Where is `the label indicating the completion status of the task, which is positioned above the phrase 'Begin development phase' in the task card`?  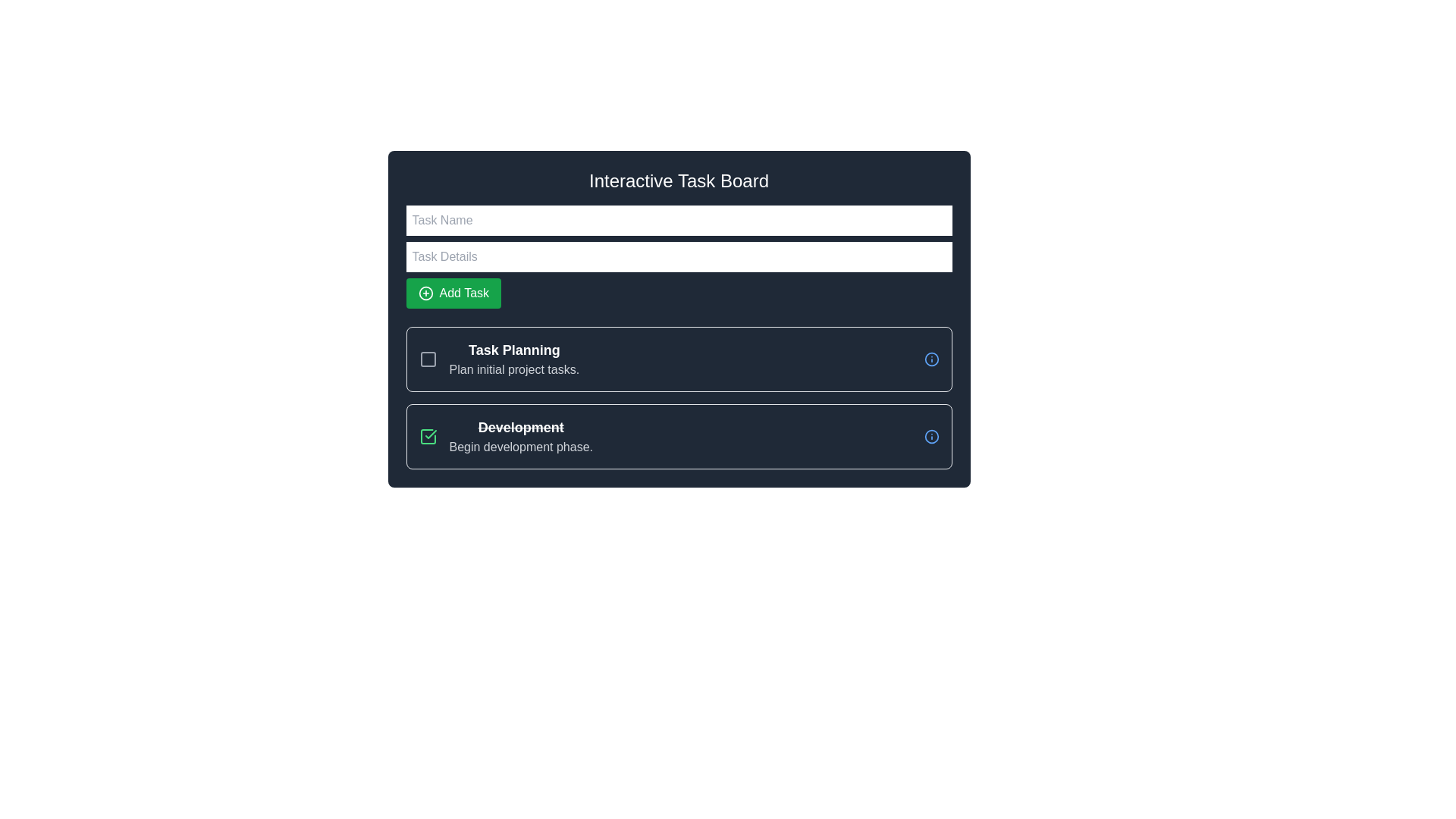 the label indicating the completion status of the task, which is positioned above the phrase 'Begin development phase' in the task card is located at coordinates (521, 427).